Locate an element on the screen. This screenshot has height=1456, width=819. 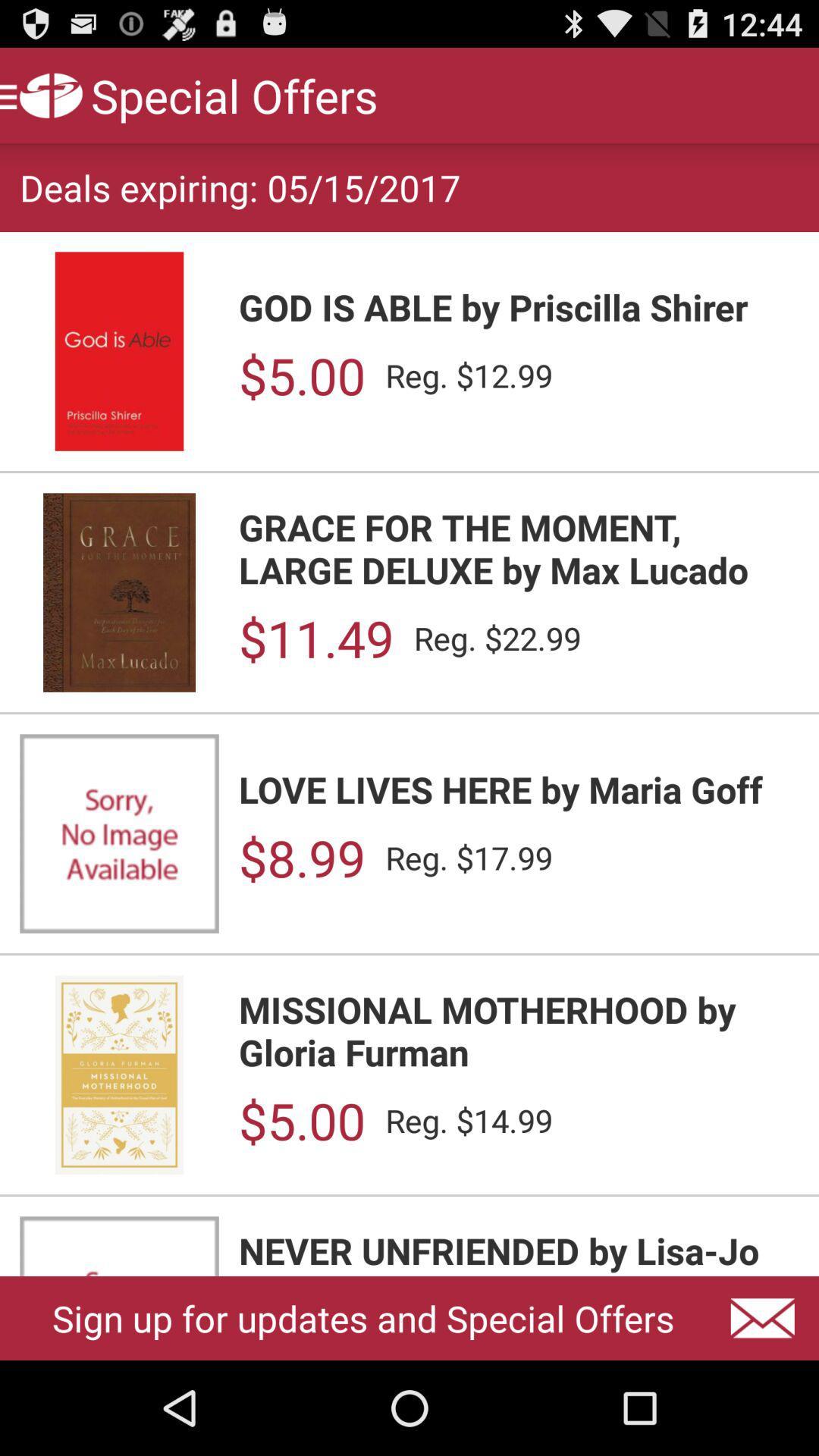
app to the left of the reg. $22.99 is located at coordinates (315, 638).